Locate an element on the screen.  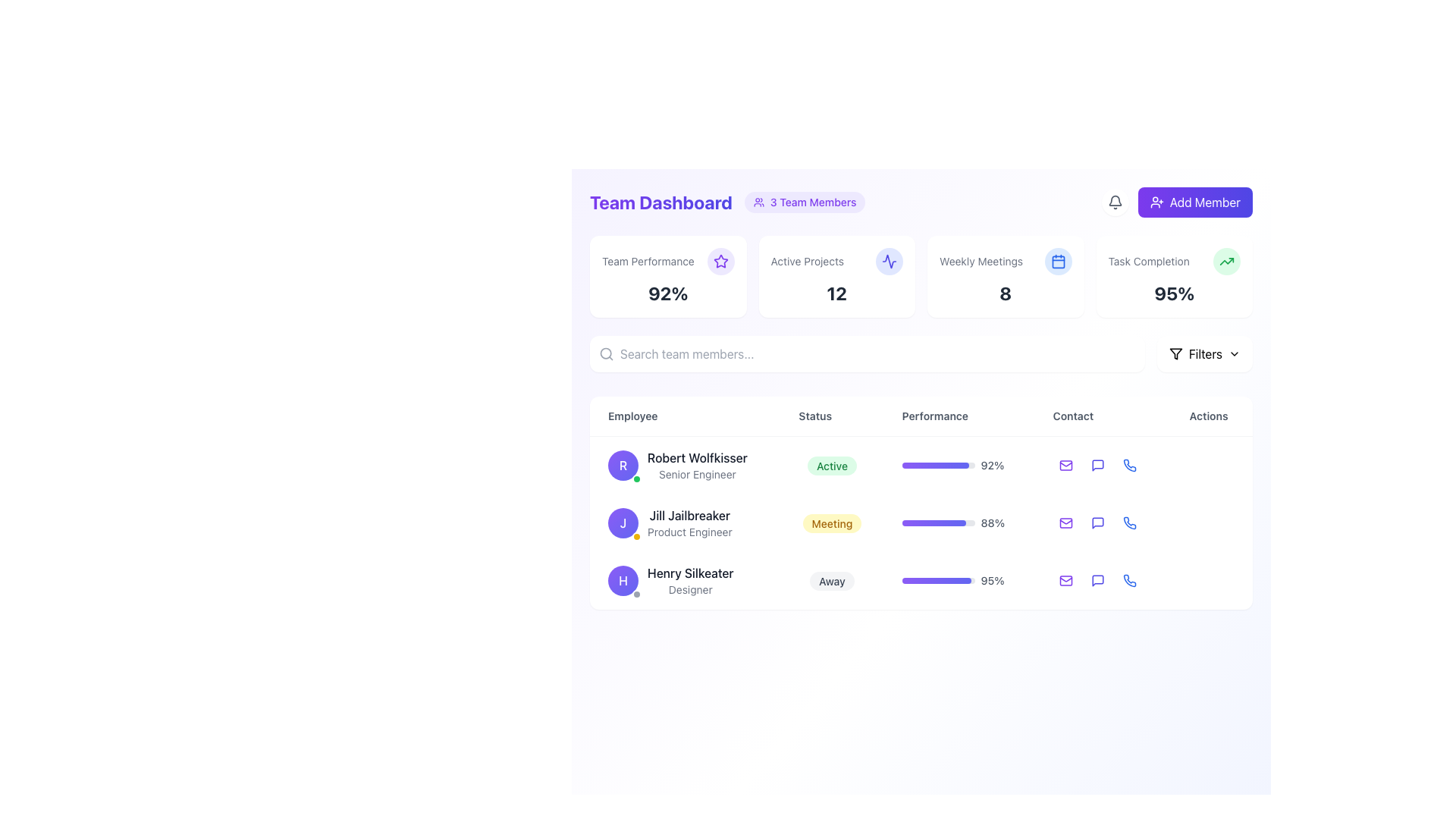
the Text Display (Multi-line) element that shows the name and job title of an individual in the first row under the 'Employee' column in the Team Dashboard is located at coordinates (696, 464).